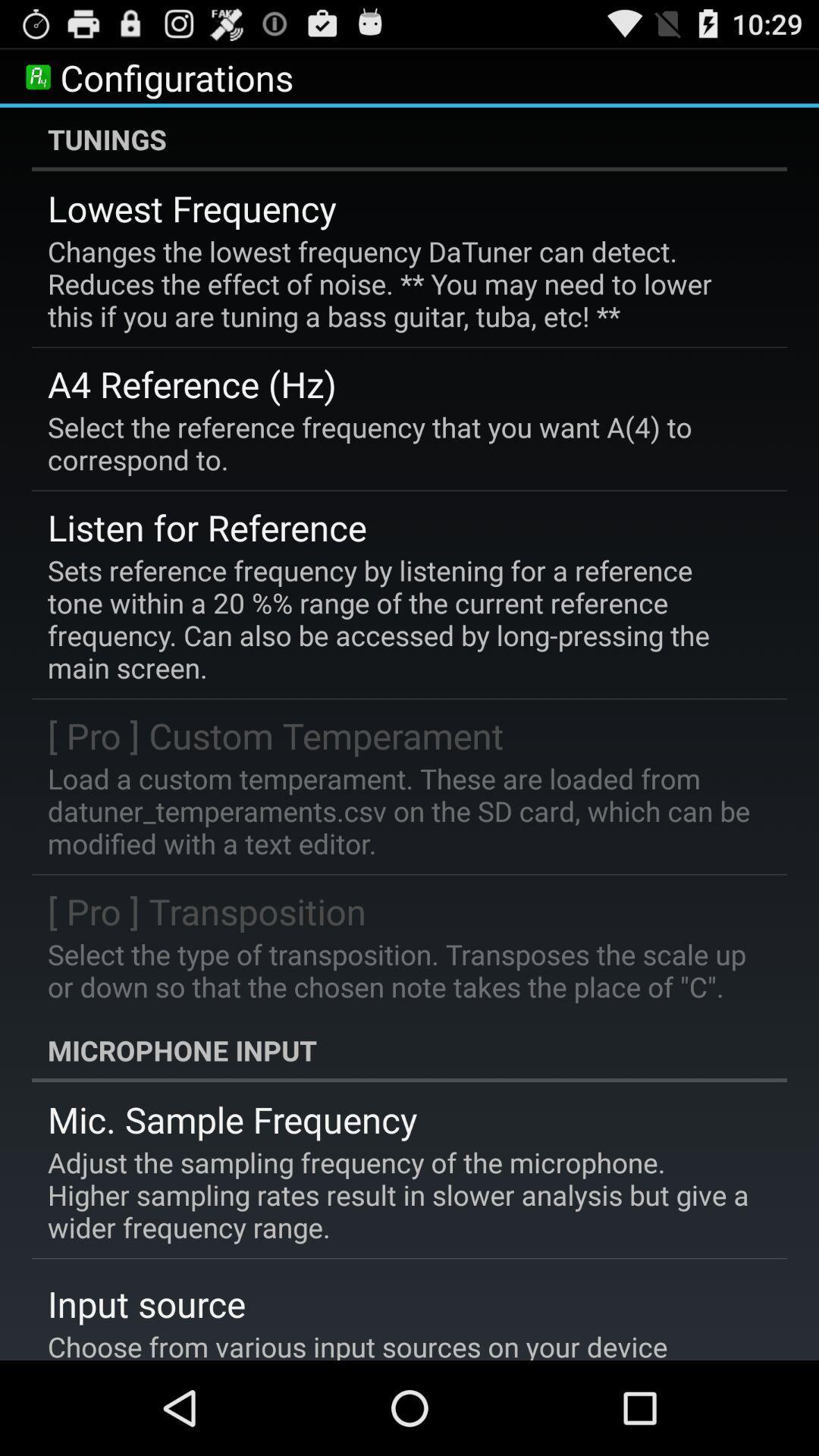 The width and height of the screenshot is (819, 1456). I want to click on the item below input source icon, so click(357, 1344).